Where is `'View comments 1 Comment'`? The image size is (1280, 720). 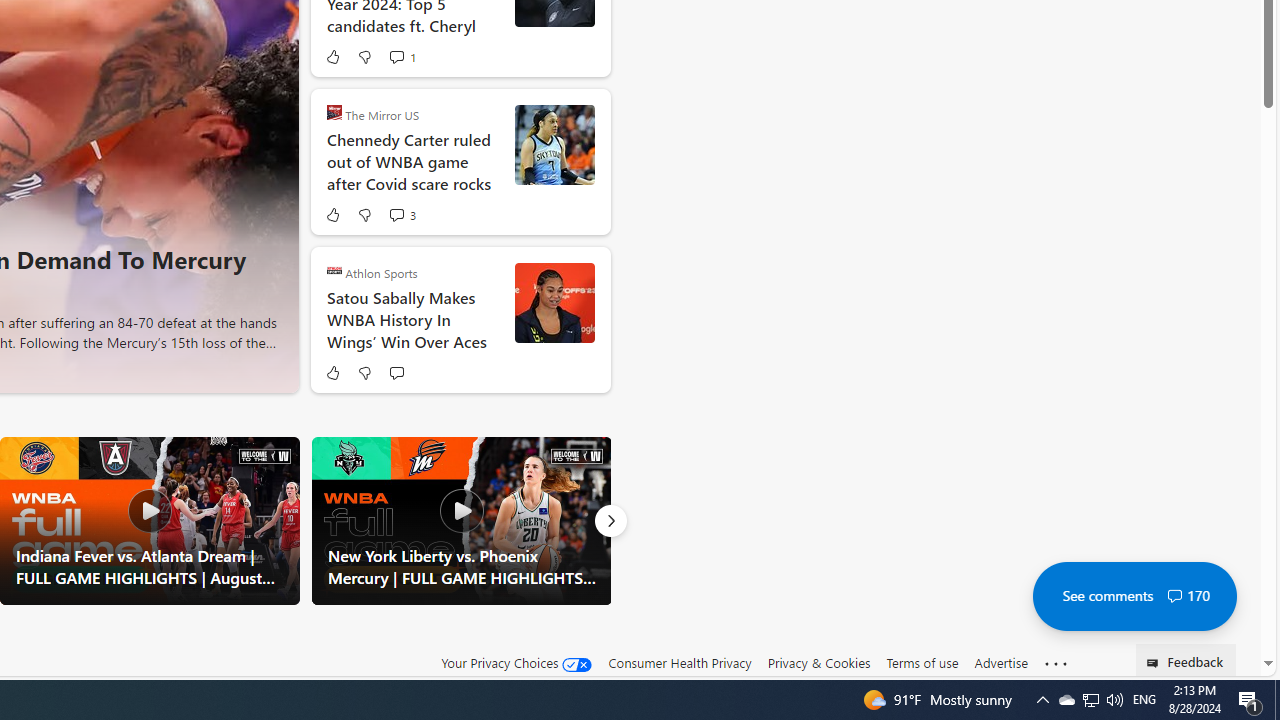 'View comments 1 Comment' is located at coordinates (396, 55).